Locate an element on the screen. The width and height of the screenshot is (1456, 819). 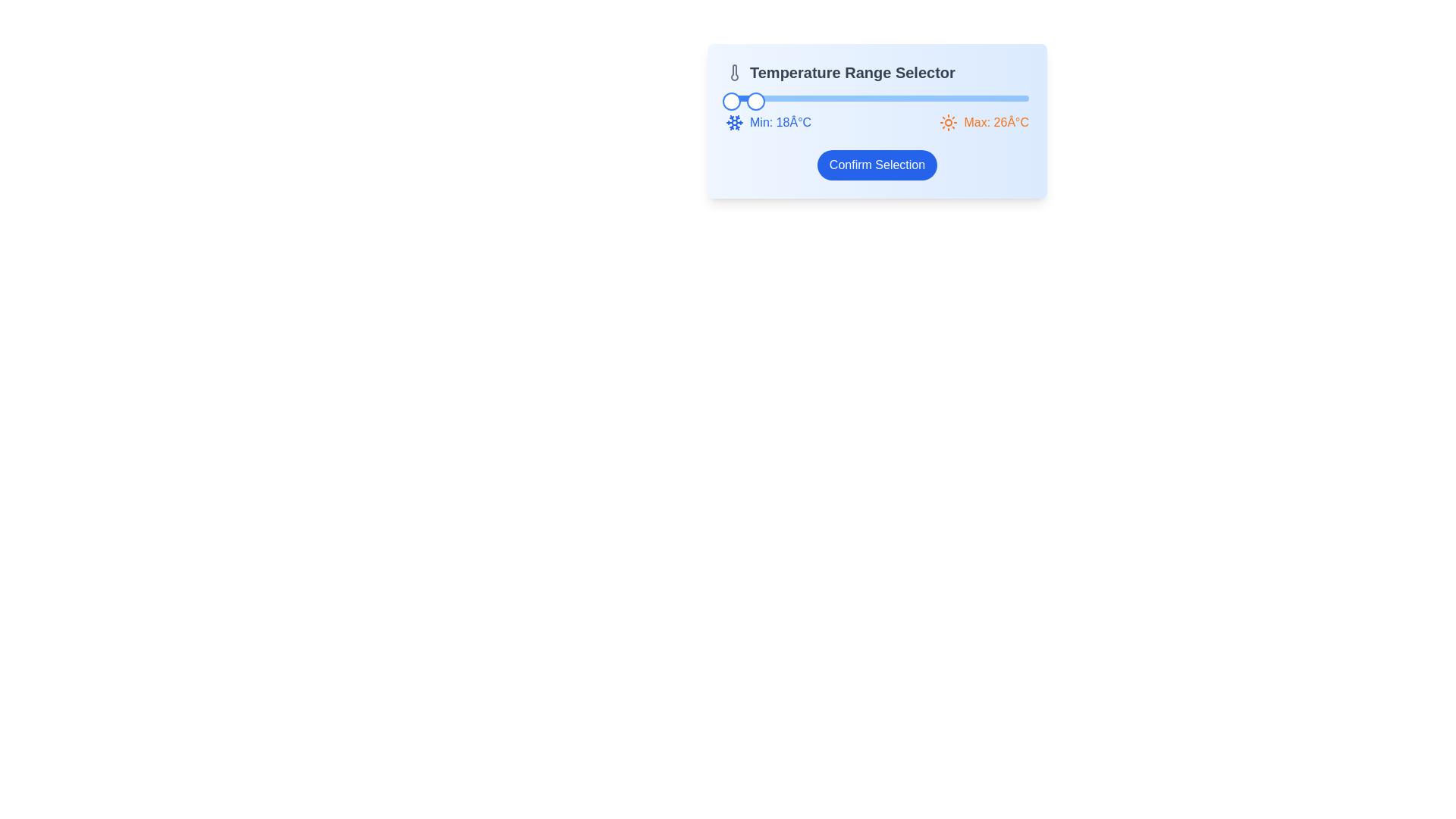
the left slider knob is located at coordinates (758, 102).